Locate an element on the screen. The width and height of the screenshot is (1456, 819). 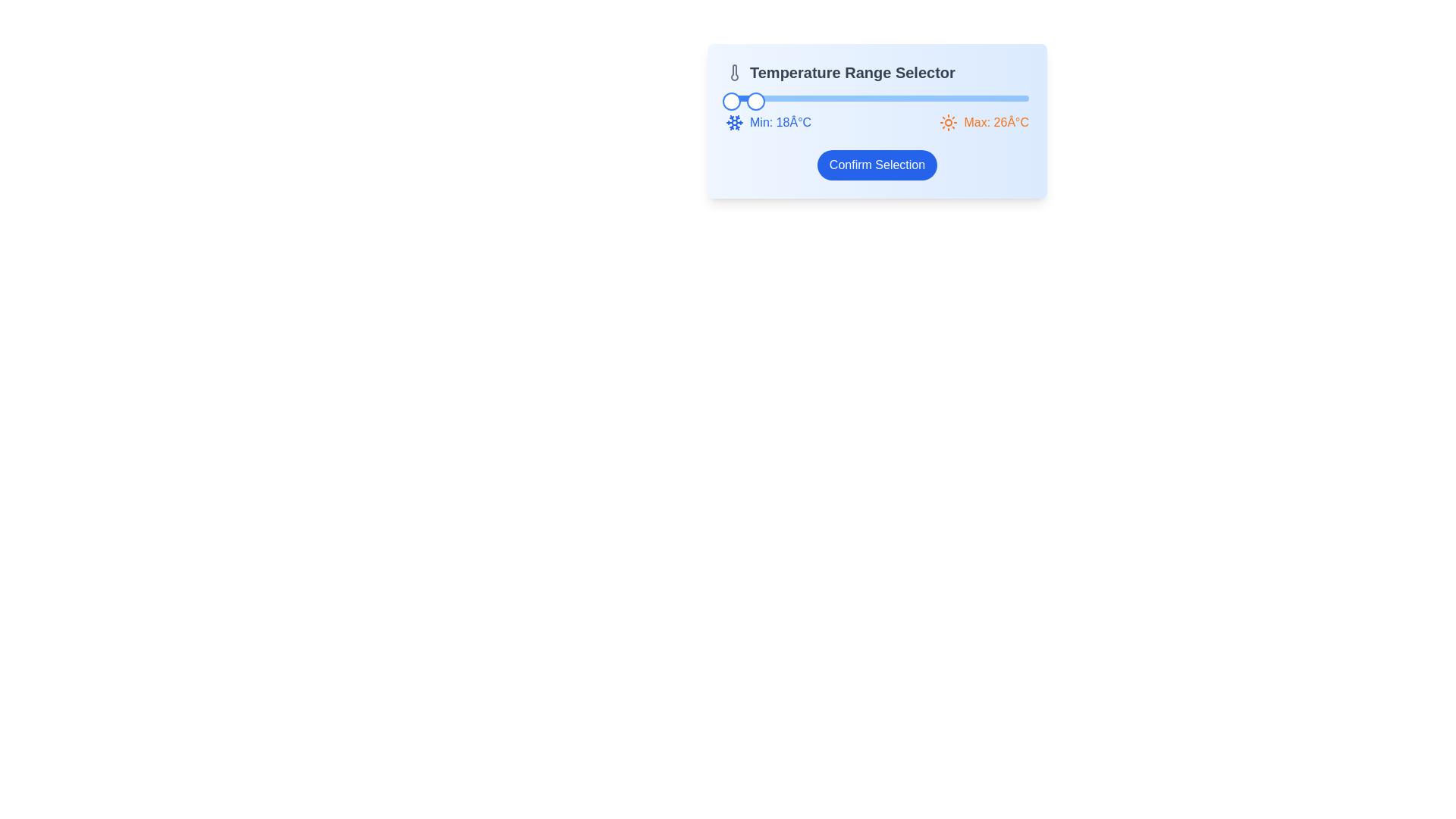
the left slider knob is located at coordinates (758, 102).